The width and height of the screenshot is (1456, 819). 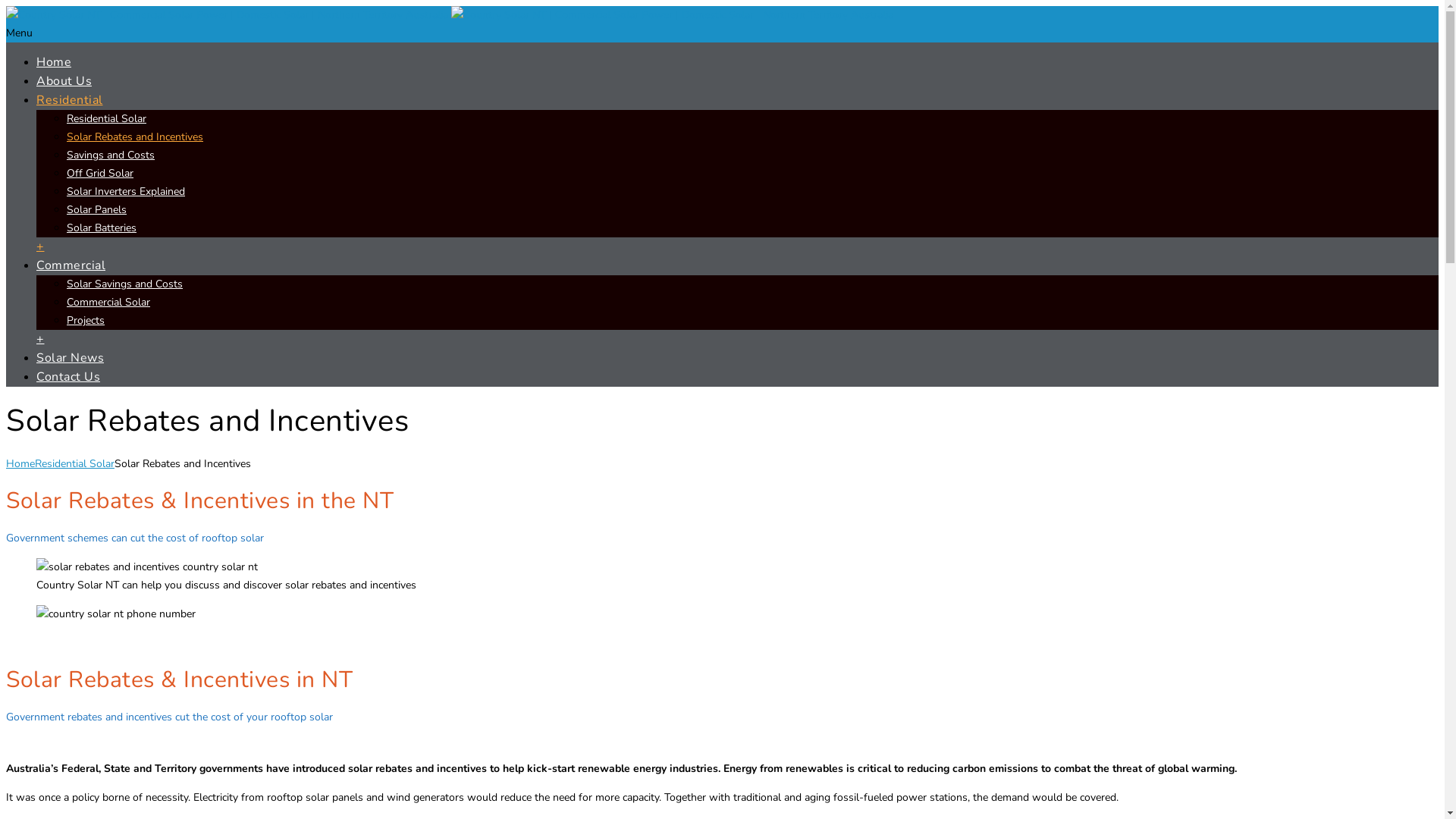 What do you see at coordinates (74, 463) in the screenshot?
I see `'Residential Solar'` at bounding box center [74, 463].